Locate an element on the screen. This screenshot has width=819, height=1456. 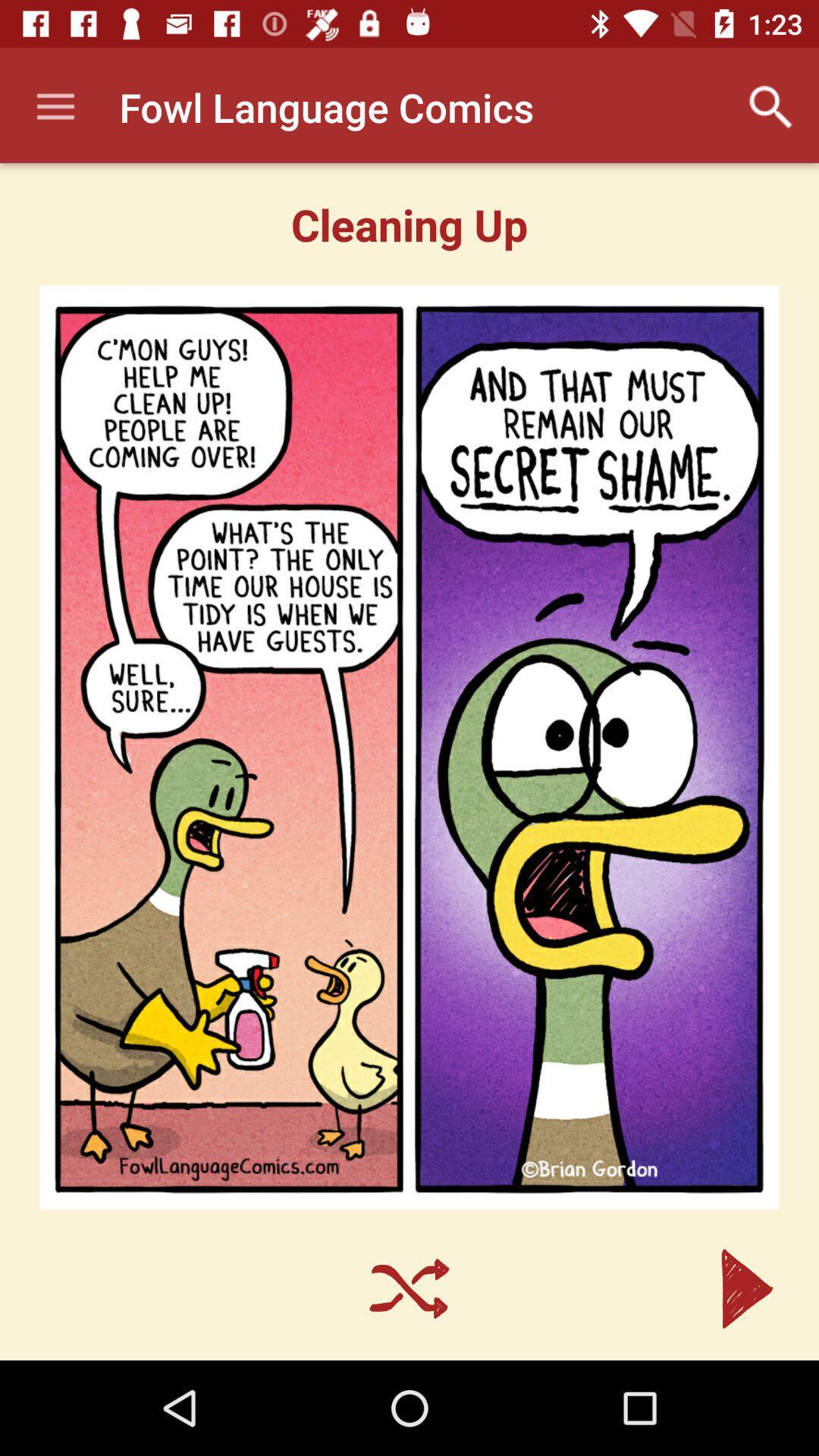
item at the top right corner is located at coordinates (771, 106).